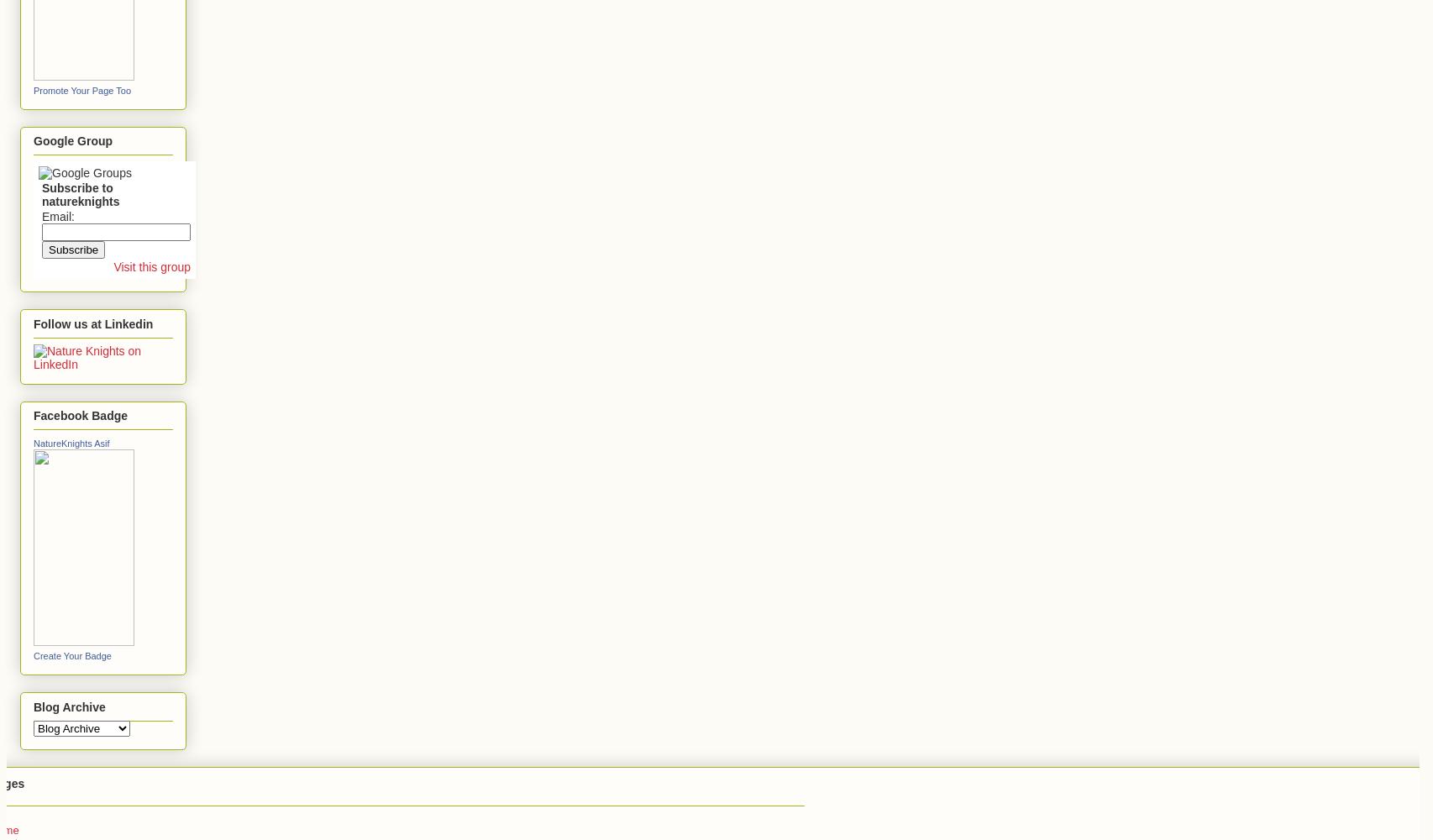 The image size is (1433, 840). I want to click on 'Create Your Badge', so click(71, 656).